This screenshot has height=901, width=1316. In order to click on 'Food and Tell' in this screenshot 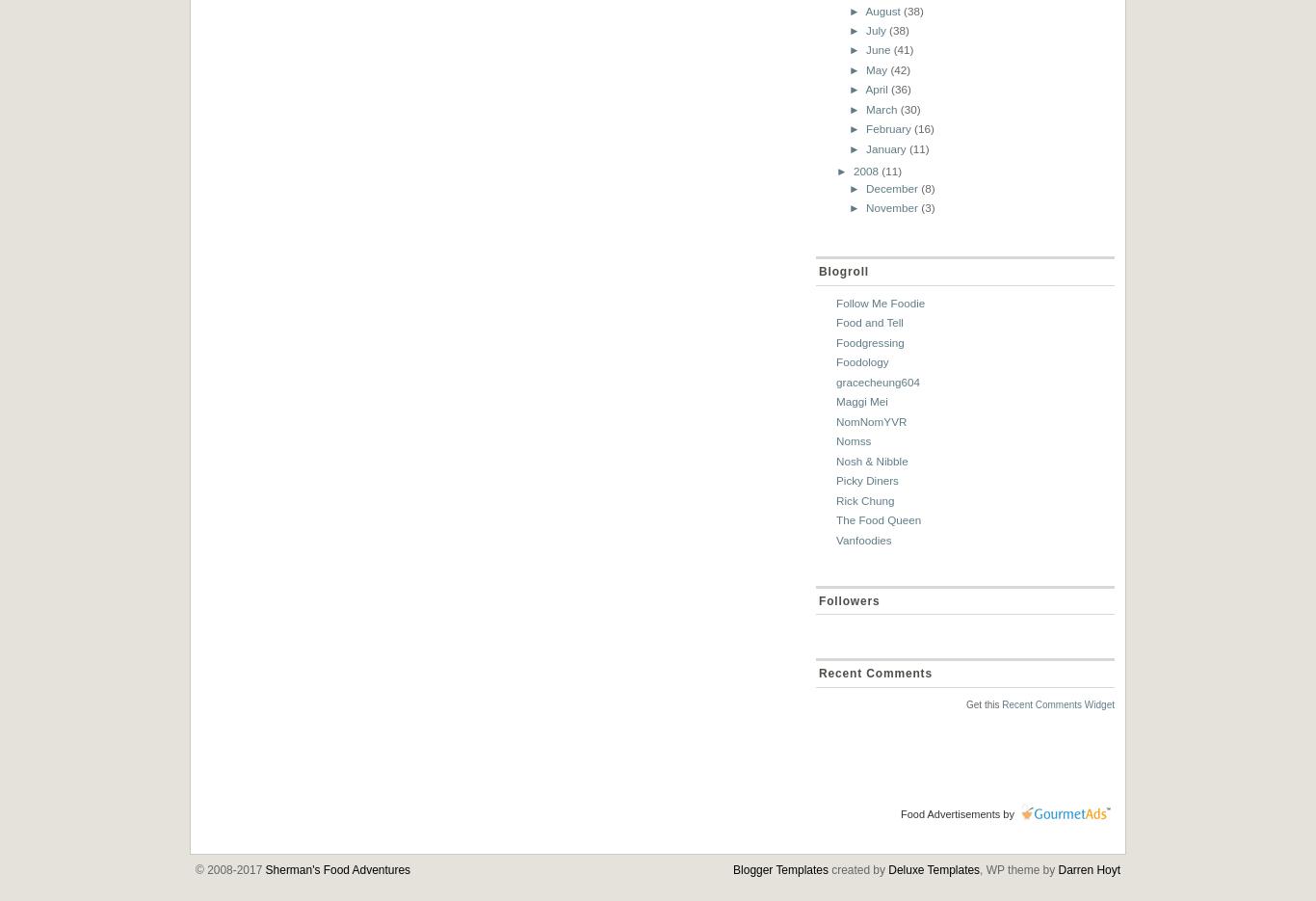, I will do `click(834, 322)`.